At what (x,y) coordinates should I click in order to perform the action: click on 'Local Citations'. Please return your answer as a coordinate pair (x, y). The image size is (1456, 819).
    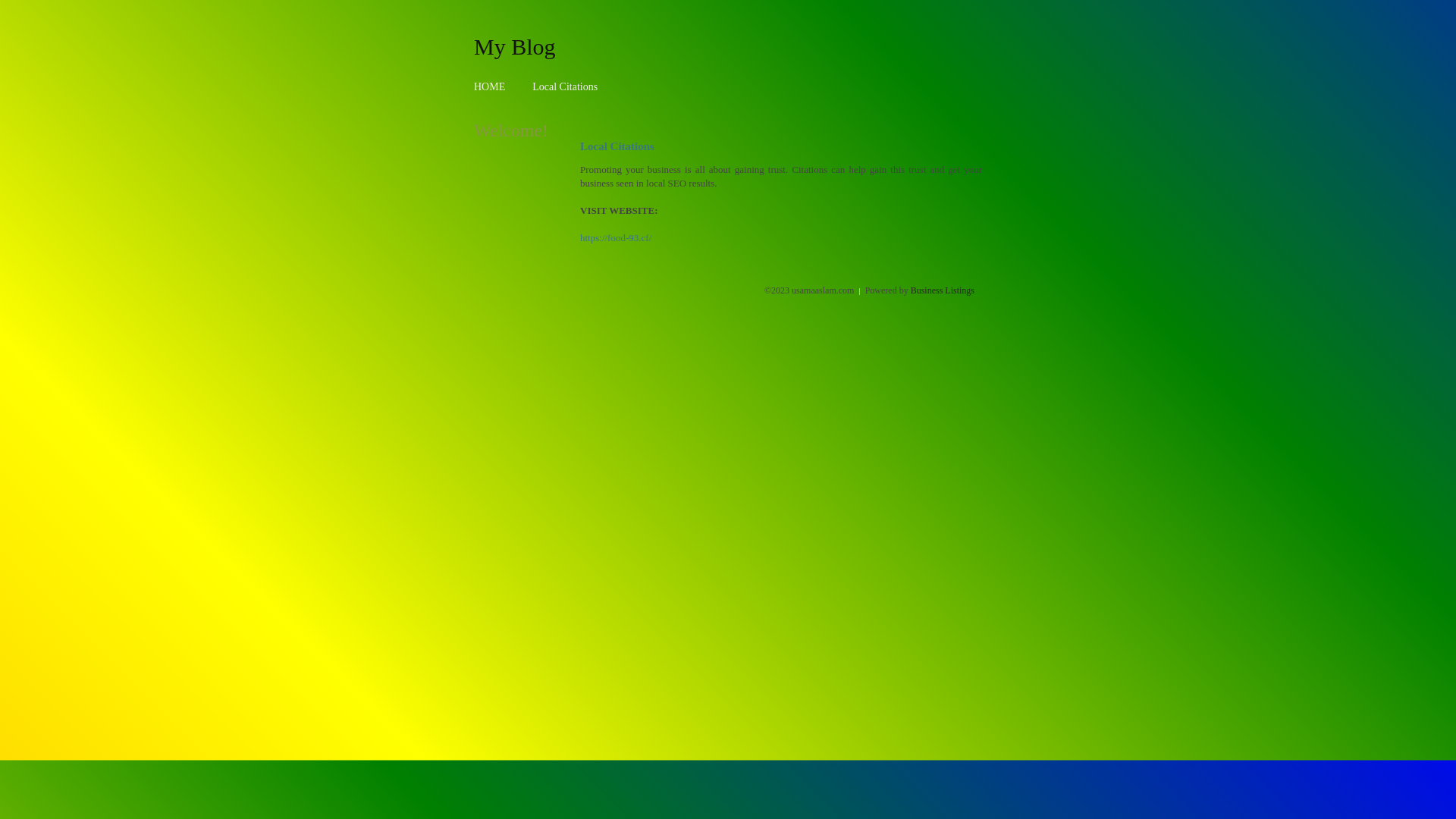
    Looking at the image, I should click on (563, 86).